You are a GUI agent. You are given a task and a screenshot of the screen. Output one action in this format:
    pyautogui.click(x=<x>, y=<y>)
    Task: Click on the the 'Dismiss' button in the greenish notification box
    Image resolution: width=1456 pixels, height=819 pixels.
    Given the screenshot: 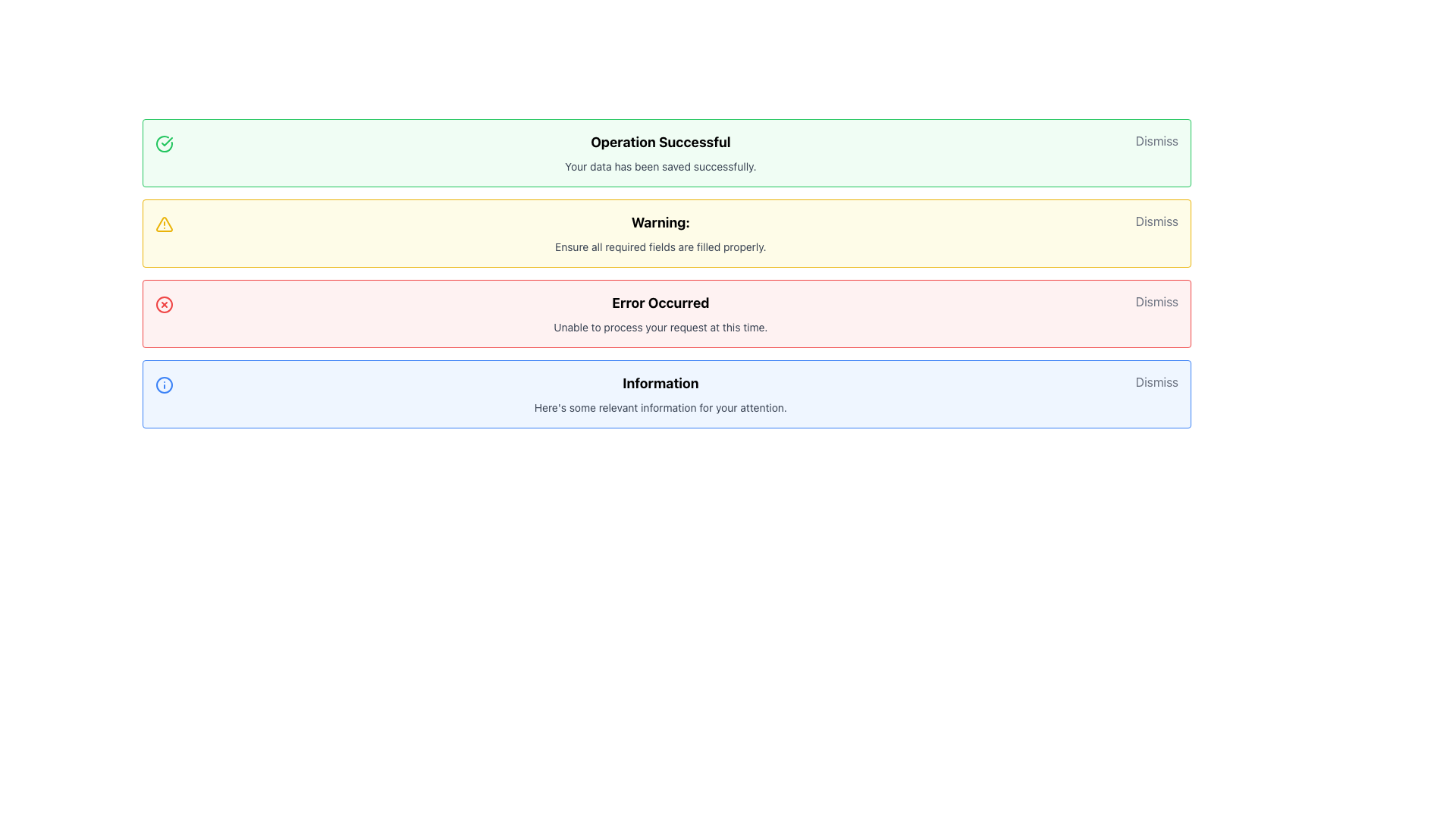 What is the action you would take?
    pyautogui.click(x=1156, y=140)
    